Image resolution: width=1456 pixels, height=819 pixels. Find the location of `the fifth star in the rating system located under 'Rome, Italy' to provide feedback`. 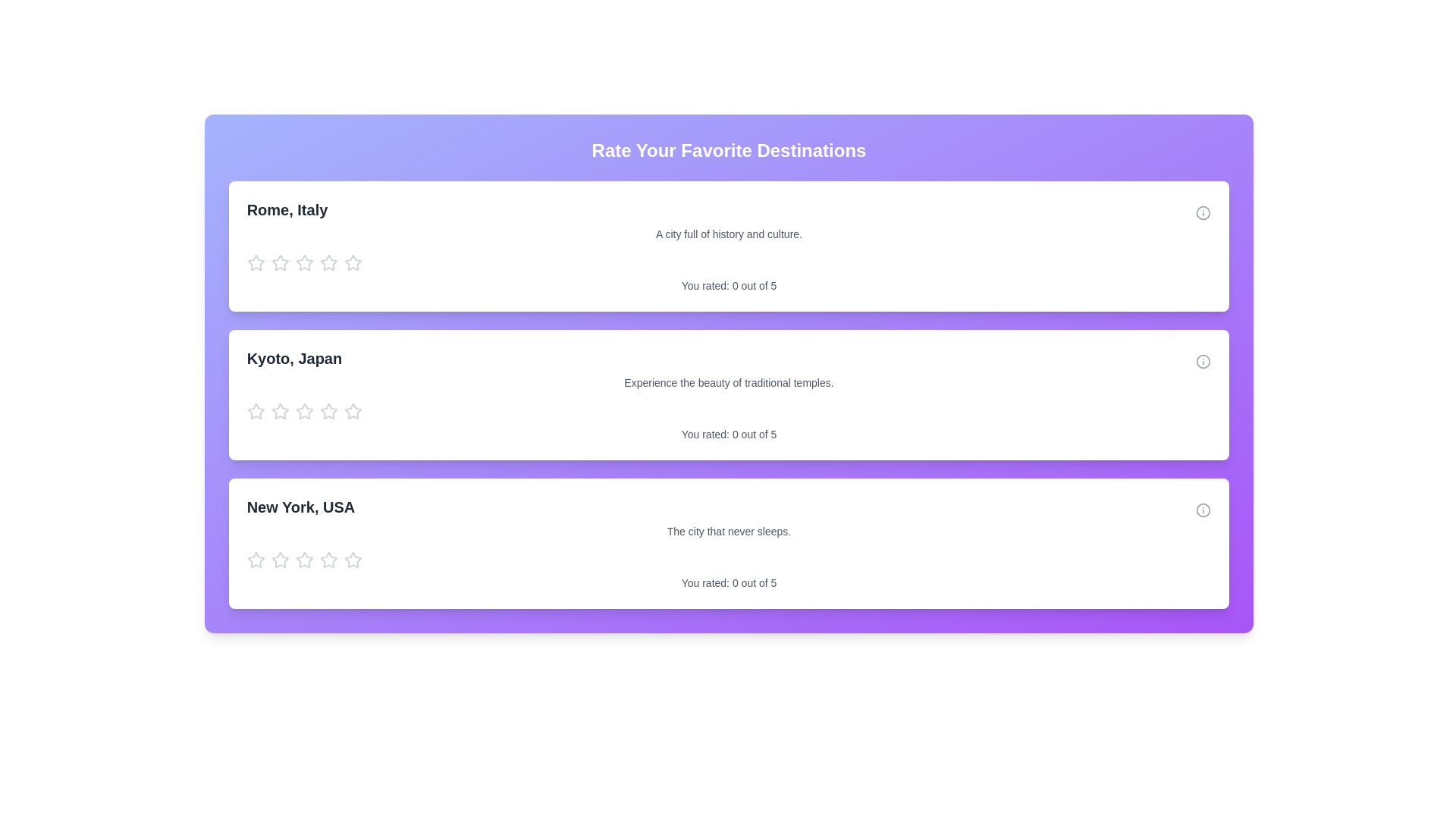

the fifth star in the rating system located under 'Rome, Italy' to provide feedback is located at coordinates (352, 262).